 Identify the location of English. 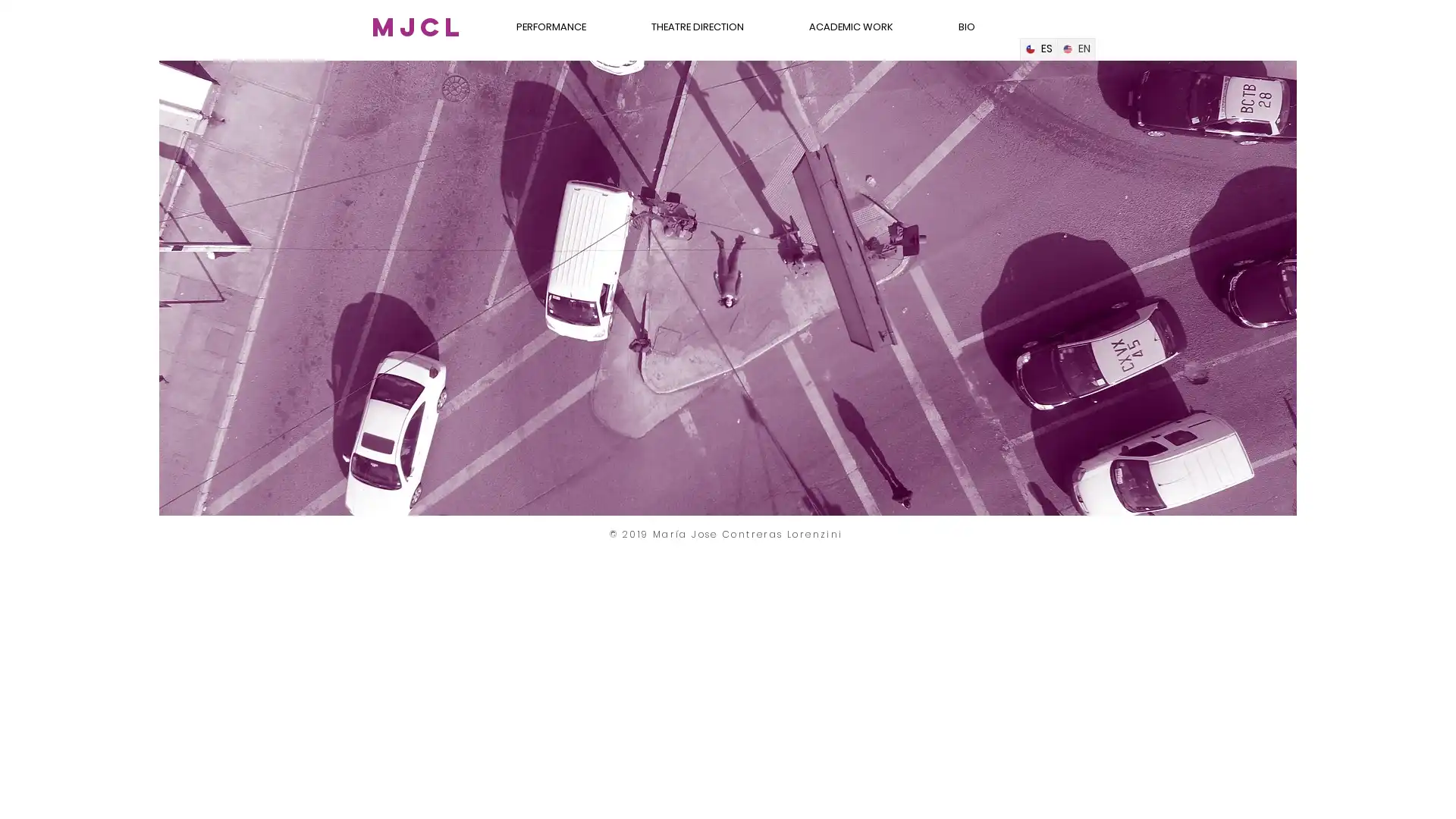
(1075, 49).